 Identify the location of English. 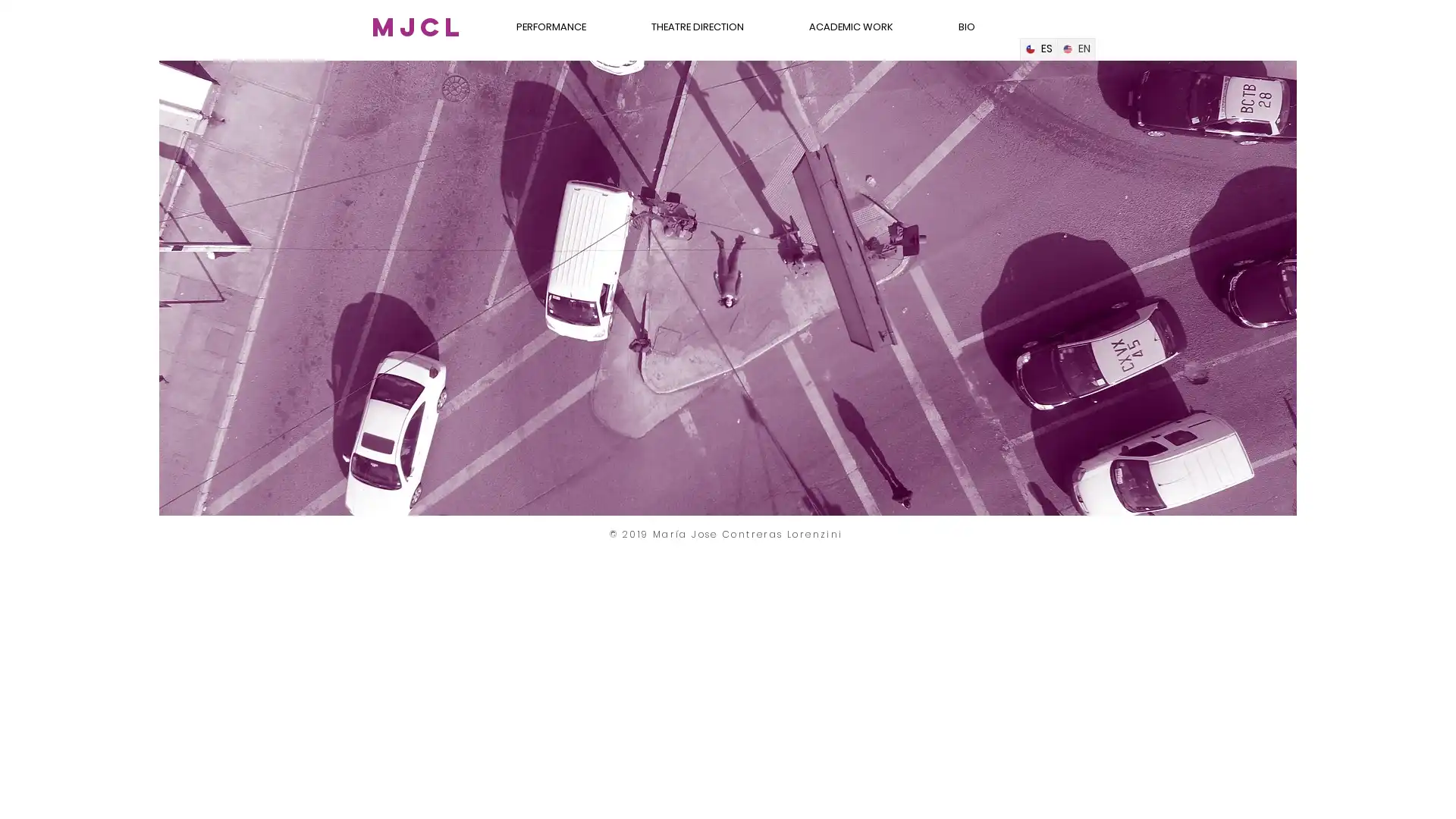
(1075, 49).